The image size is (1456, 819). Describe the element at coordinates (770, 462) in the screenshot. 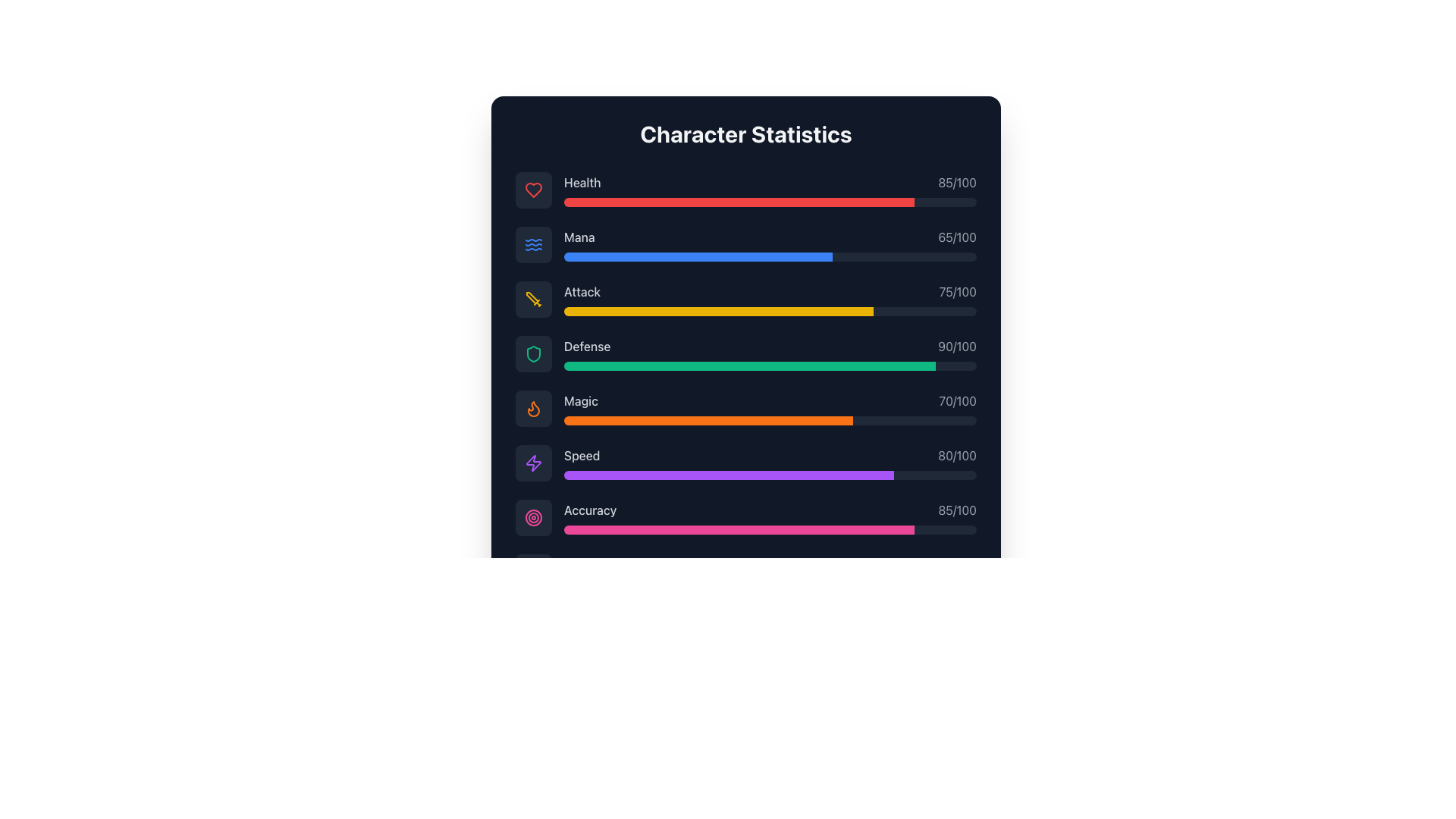

I see `the 'Speed' progress bar located in the 'Character Statistics' section, which is the fifth item in the vertical list of stat bars` at that location.